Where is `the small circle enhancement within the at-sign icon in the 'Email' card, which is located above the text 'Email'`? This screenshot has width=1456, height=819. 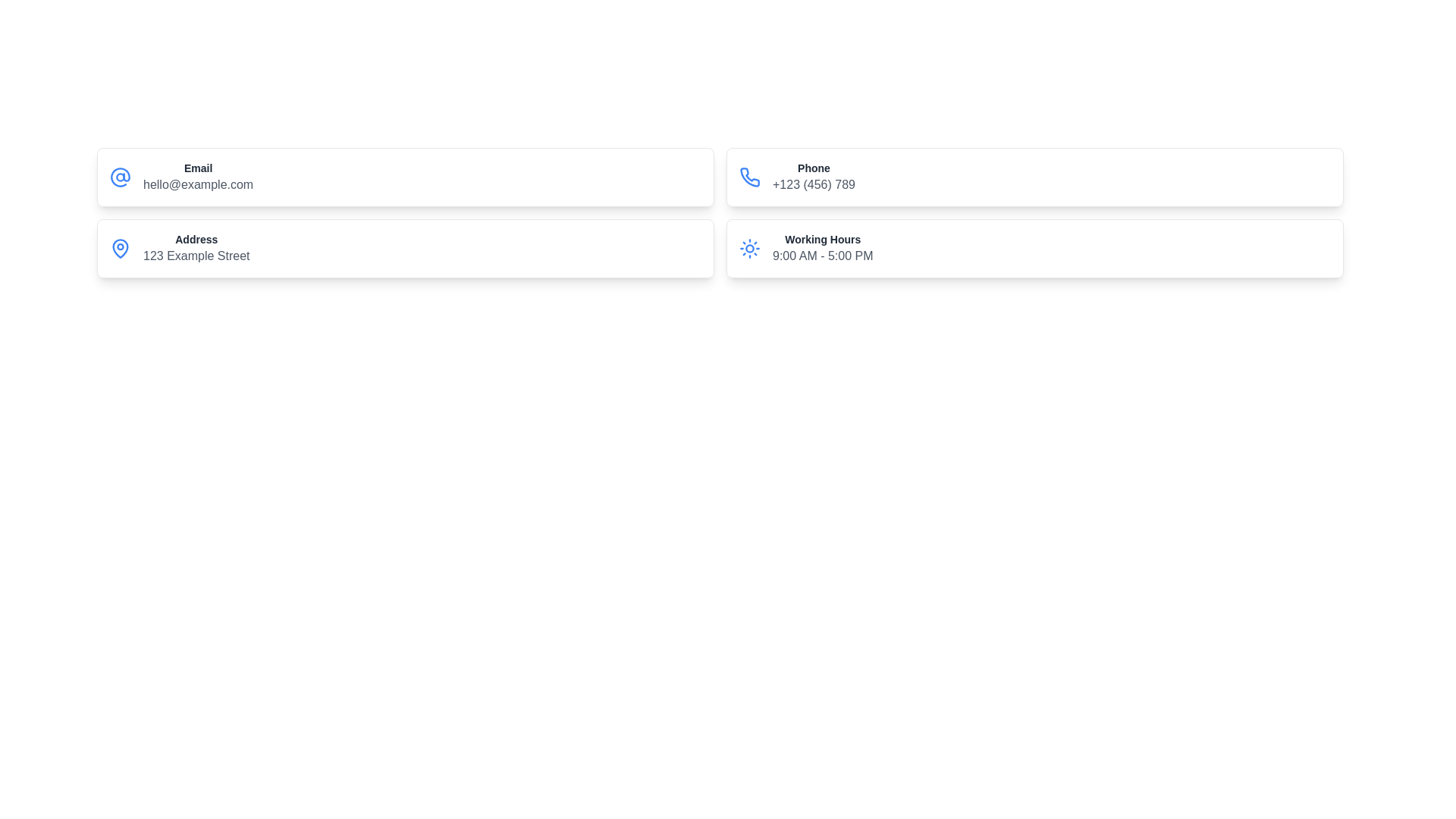 the small circle enhancement within the at-sign icon in the 'Email' card, which is located above the text 'Email' is located at coordinates (119, 177).